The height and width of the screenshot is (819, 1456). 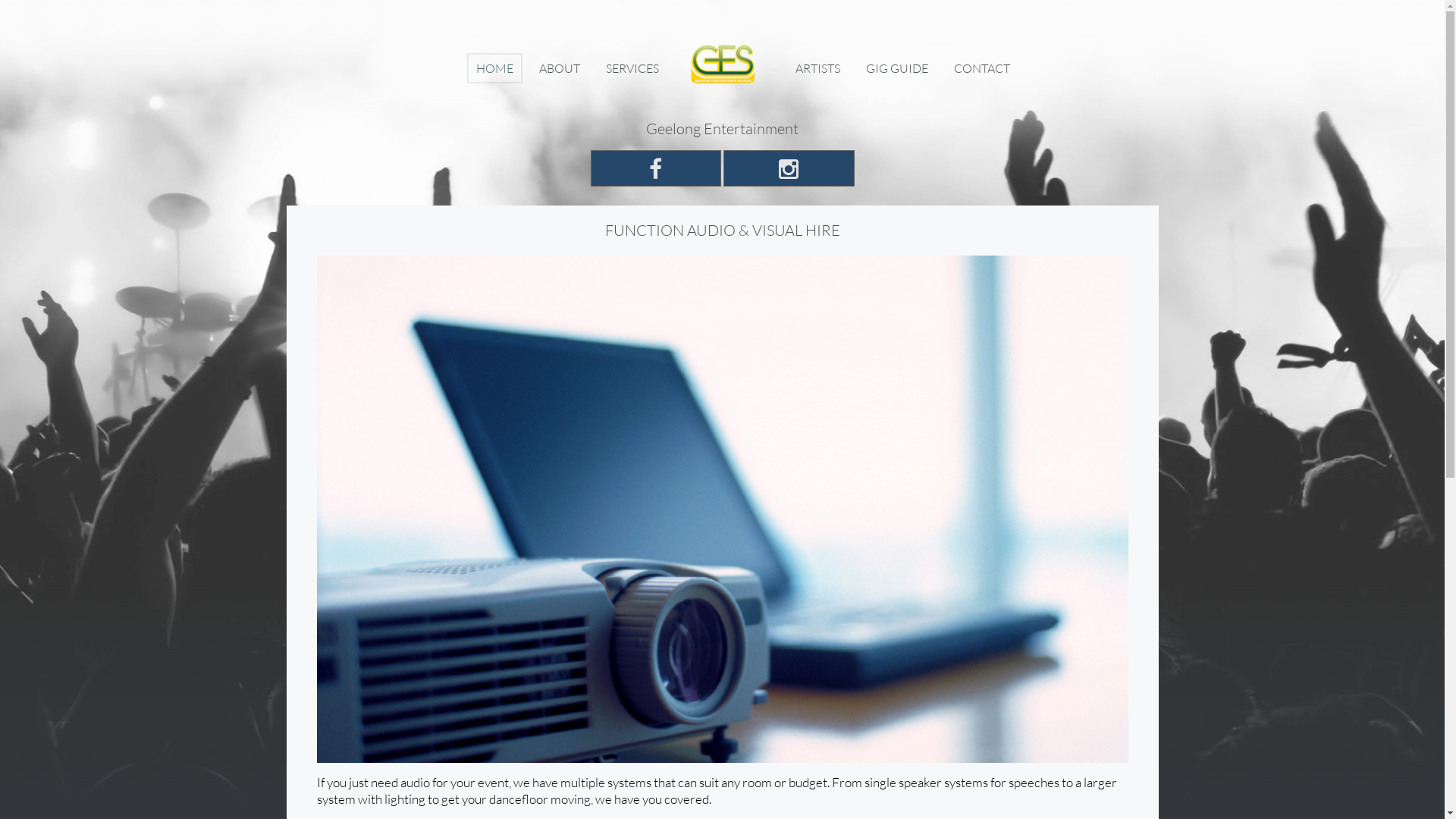 I want to click on 'ARTISTS', so click(x=786, y=67).